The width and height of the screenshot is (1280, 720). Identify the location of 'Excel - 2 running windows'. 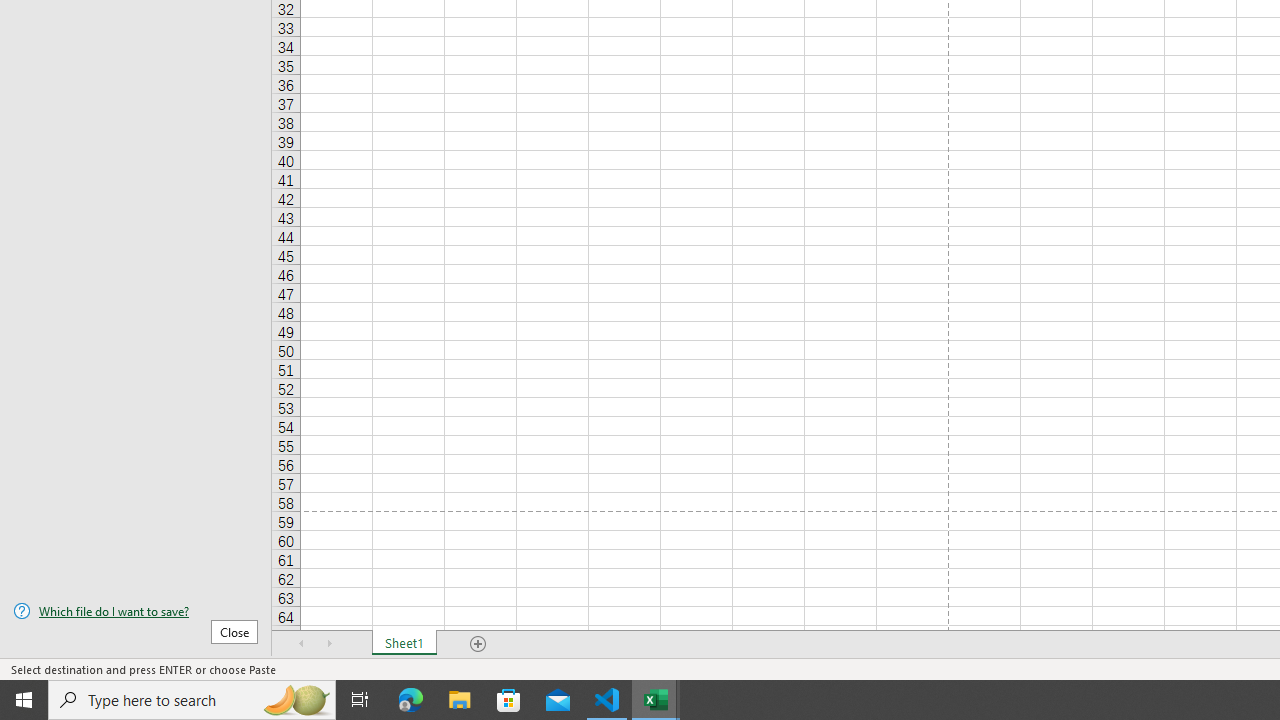
(656, 698).